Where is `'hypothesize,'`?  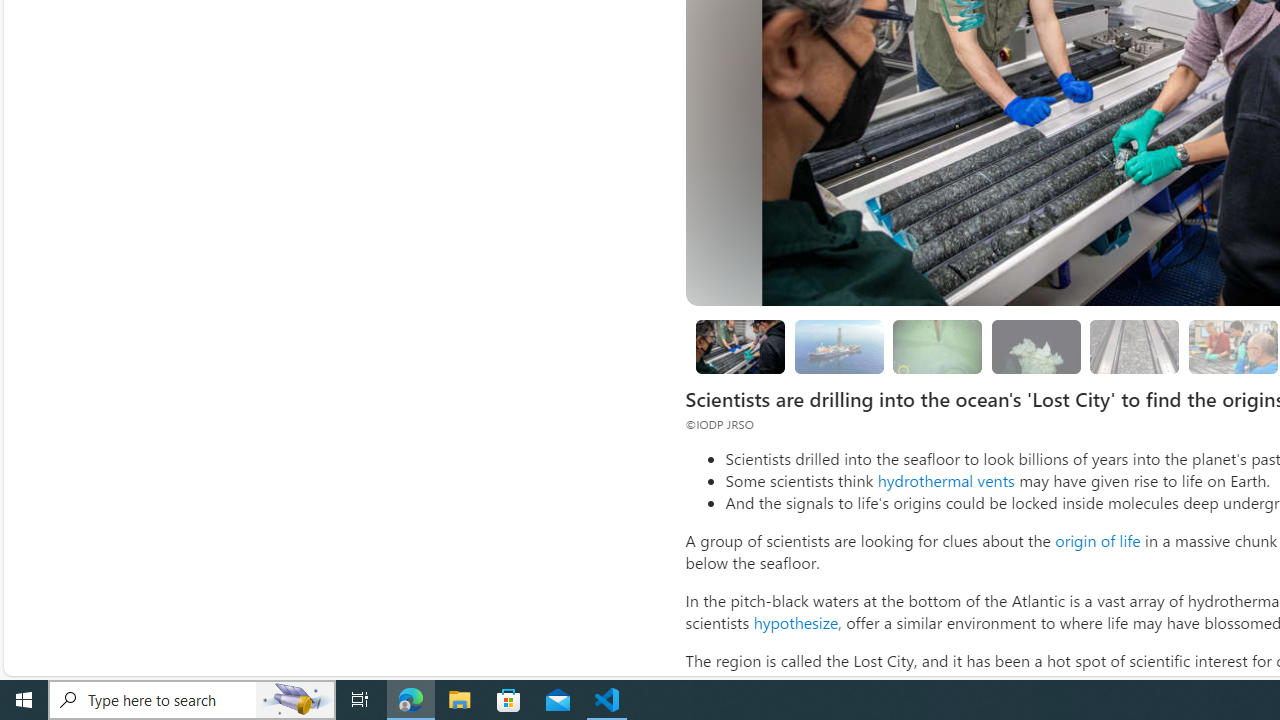
'hypothesize,' is located at coordinates (796, 621).